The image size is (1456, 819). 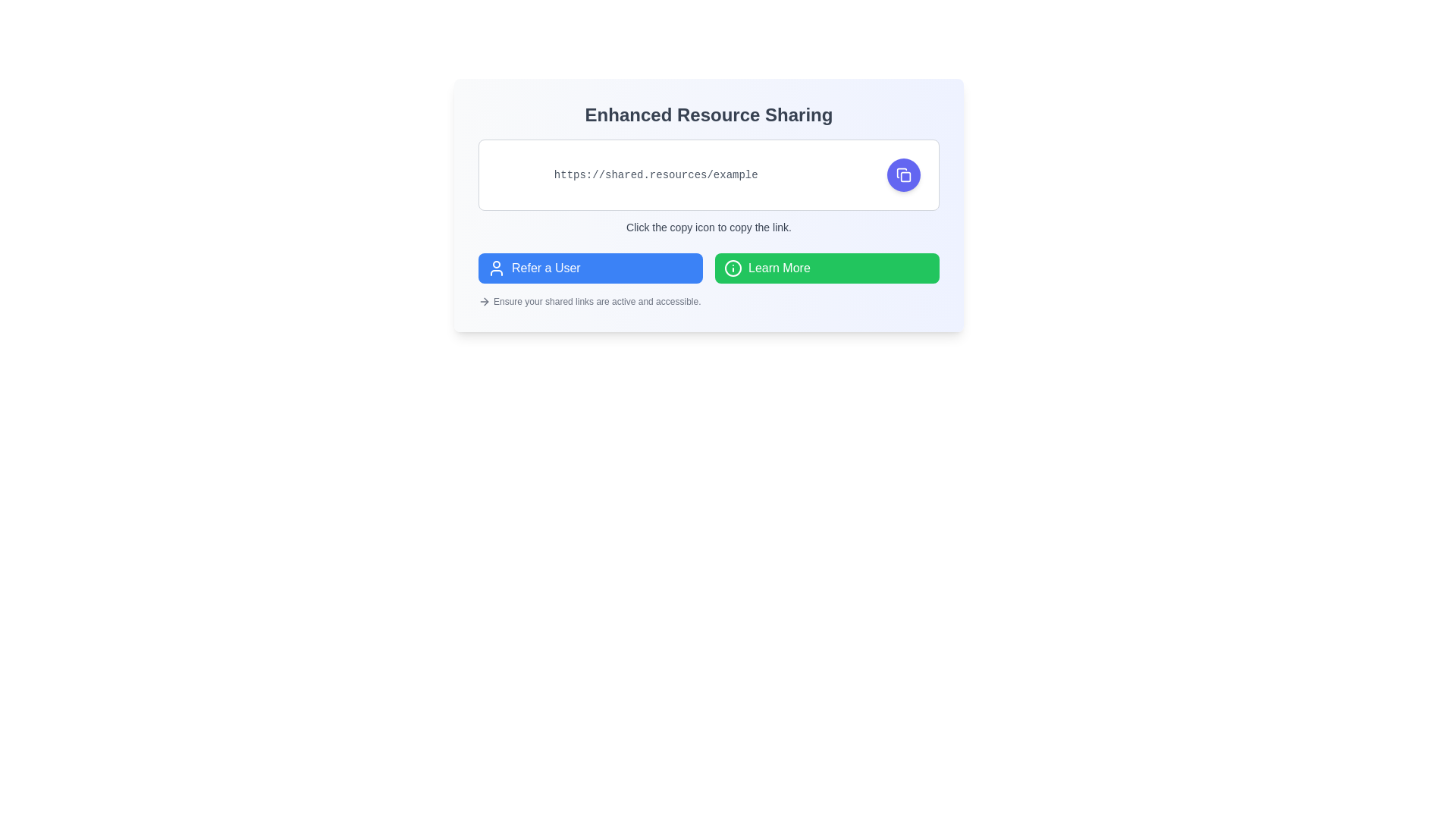 What do you see at coordinates (905, 176) in the screenshot?
I see `the Graphic SVG component that is part of the 'lucide-copy' icon located in the interface's toolbar on the far-right side next to the link sharing field` at bounding box center [905, 176].